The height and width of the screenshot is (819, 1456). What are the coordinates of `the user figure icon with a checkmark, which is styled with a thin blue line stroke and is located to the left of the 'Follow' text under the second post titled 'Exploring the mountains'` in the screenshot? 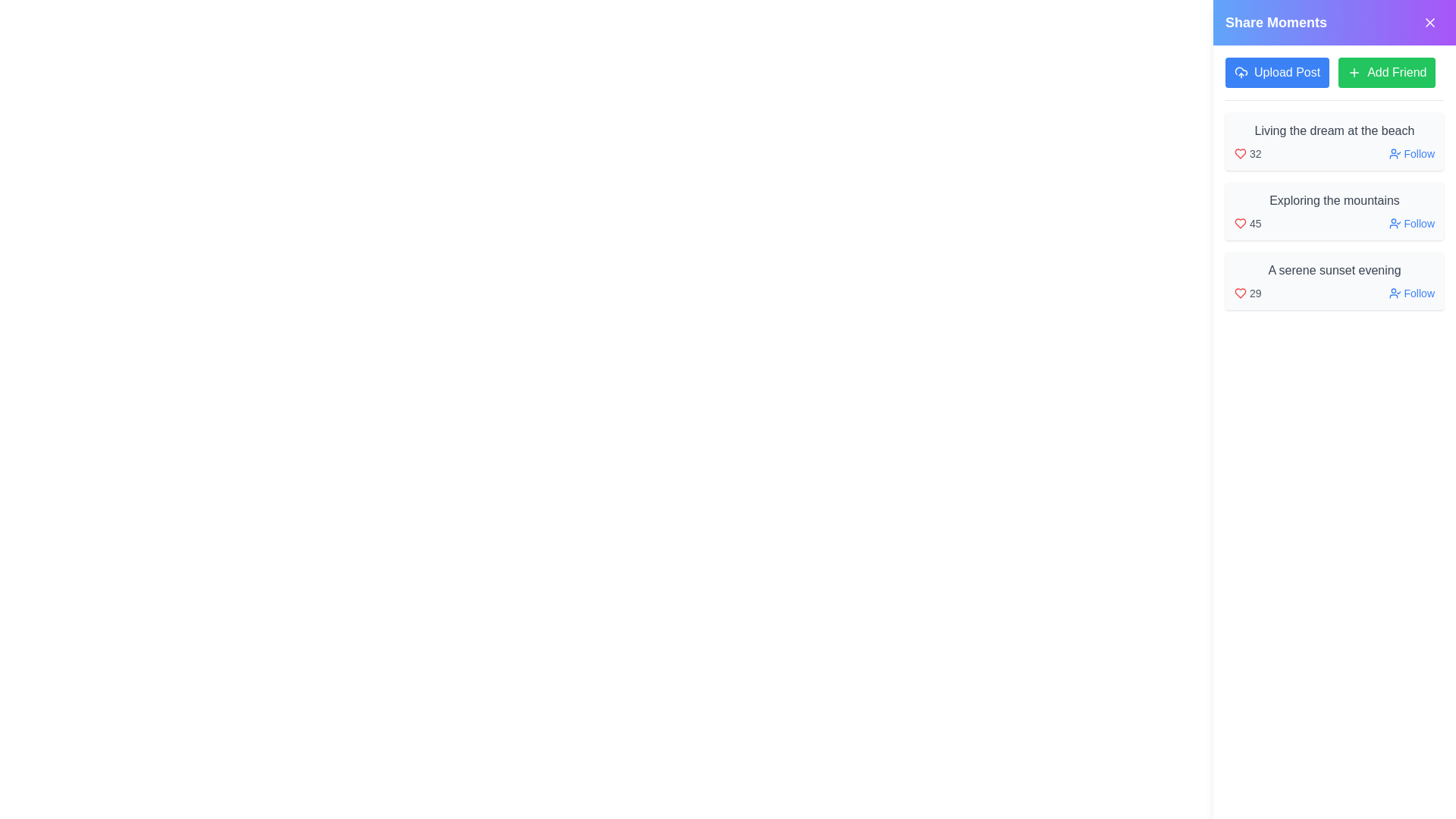 It's located at (1395, 223).